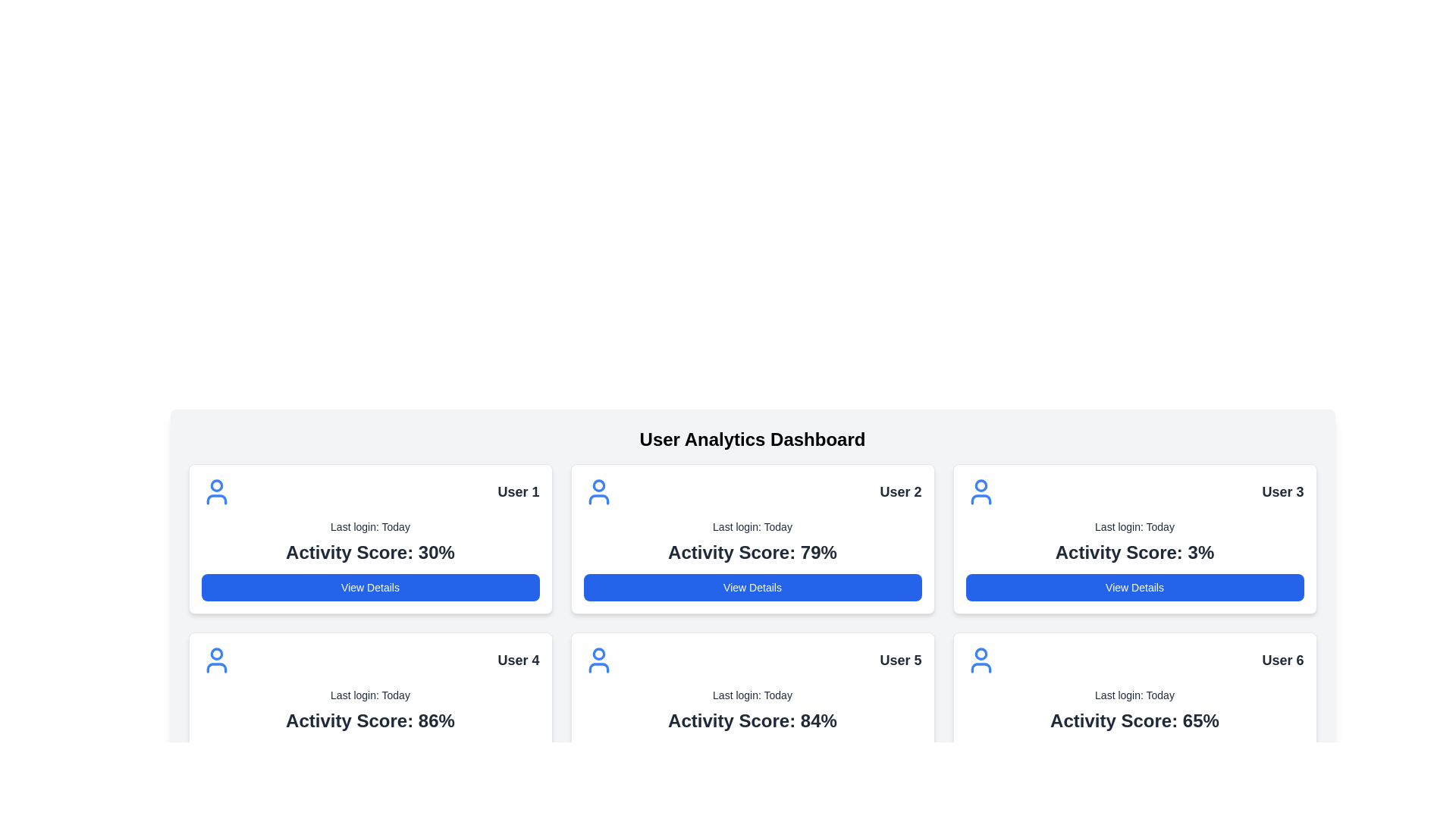 This screenshot has height=819, width=1456. Describe the element at coordinates (1134, 695) in the screenshot. I see `the text snippet that reads 'Last login: Today', which is the second text block in the user information card, positioned sixth in the grid layout` at that location.